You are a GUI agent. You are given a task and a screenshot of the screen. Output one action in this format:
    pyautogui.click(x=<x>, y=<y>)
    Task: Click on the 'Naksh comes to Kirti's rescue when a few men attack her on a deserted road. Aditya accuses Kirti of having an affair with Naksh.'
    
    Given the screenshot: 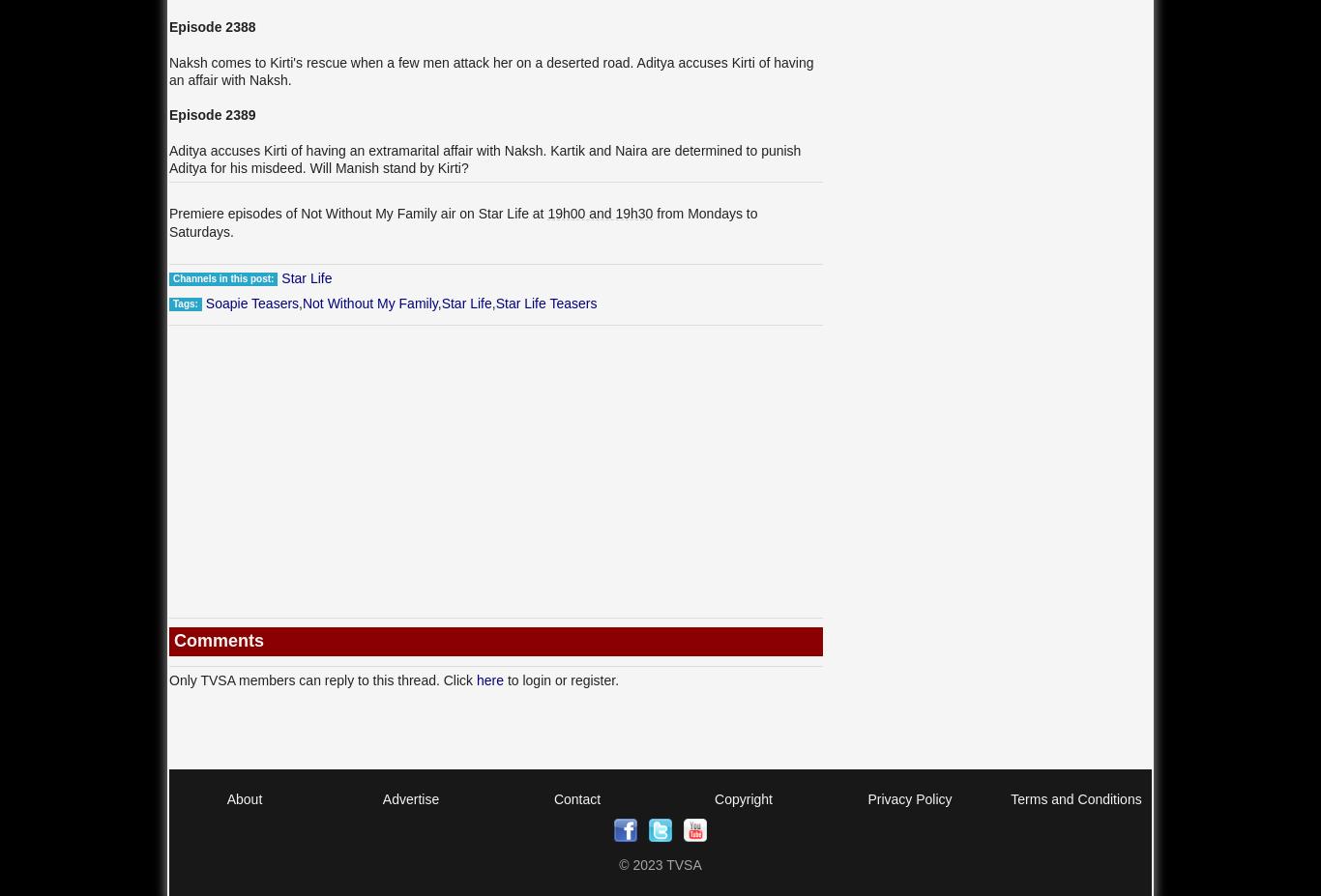 What is the action you would take?
    pyautogui.click(x=491, y=69)
    